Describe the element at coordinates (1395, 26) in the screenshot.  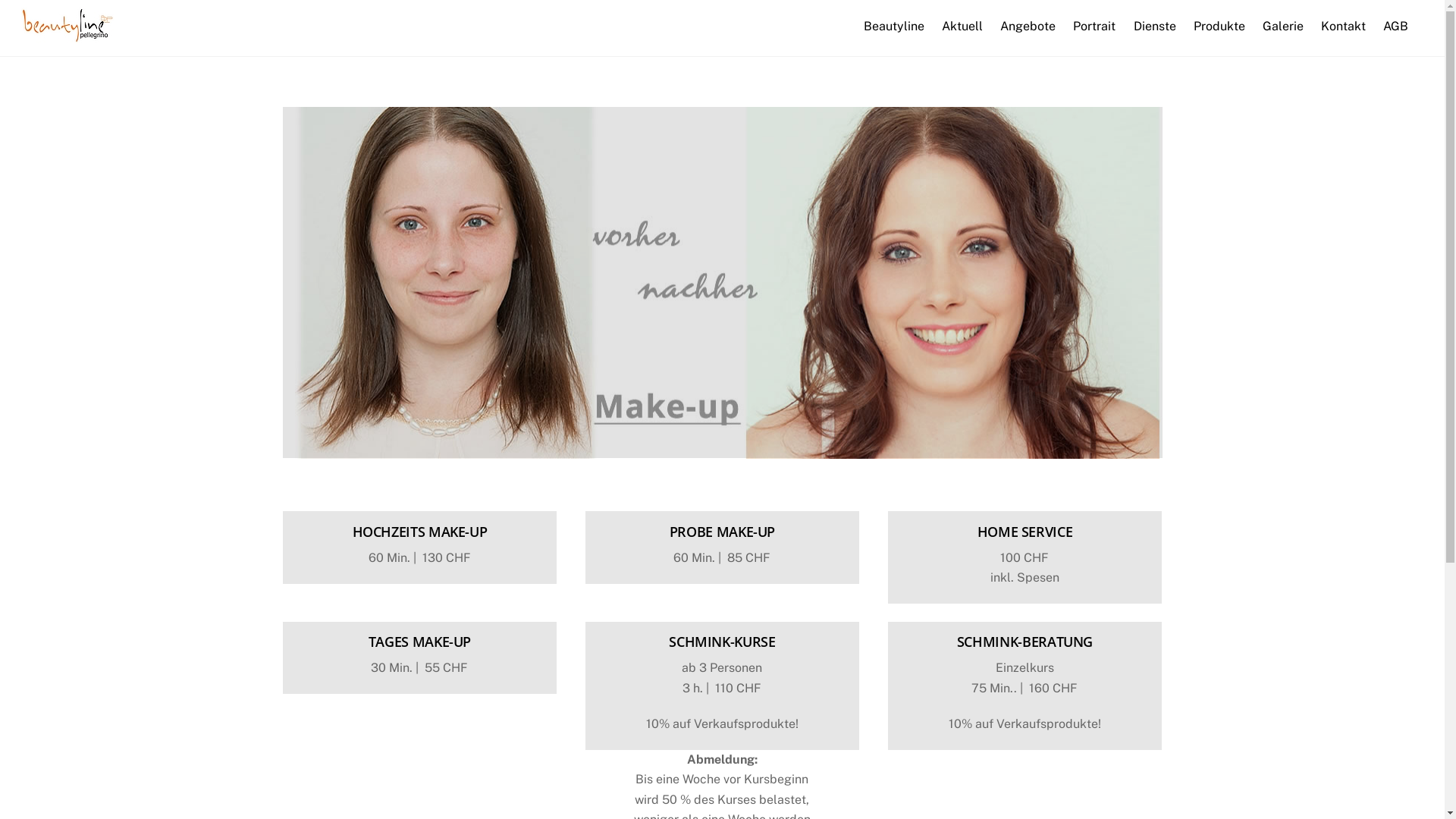
I see `'AGB'` at that location.